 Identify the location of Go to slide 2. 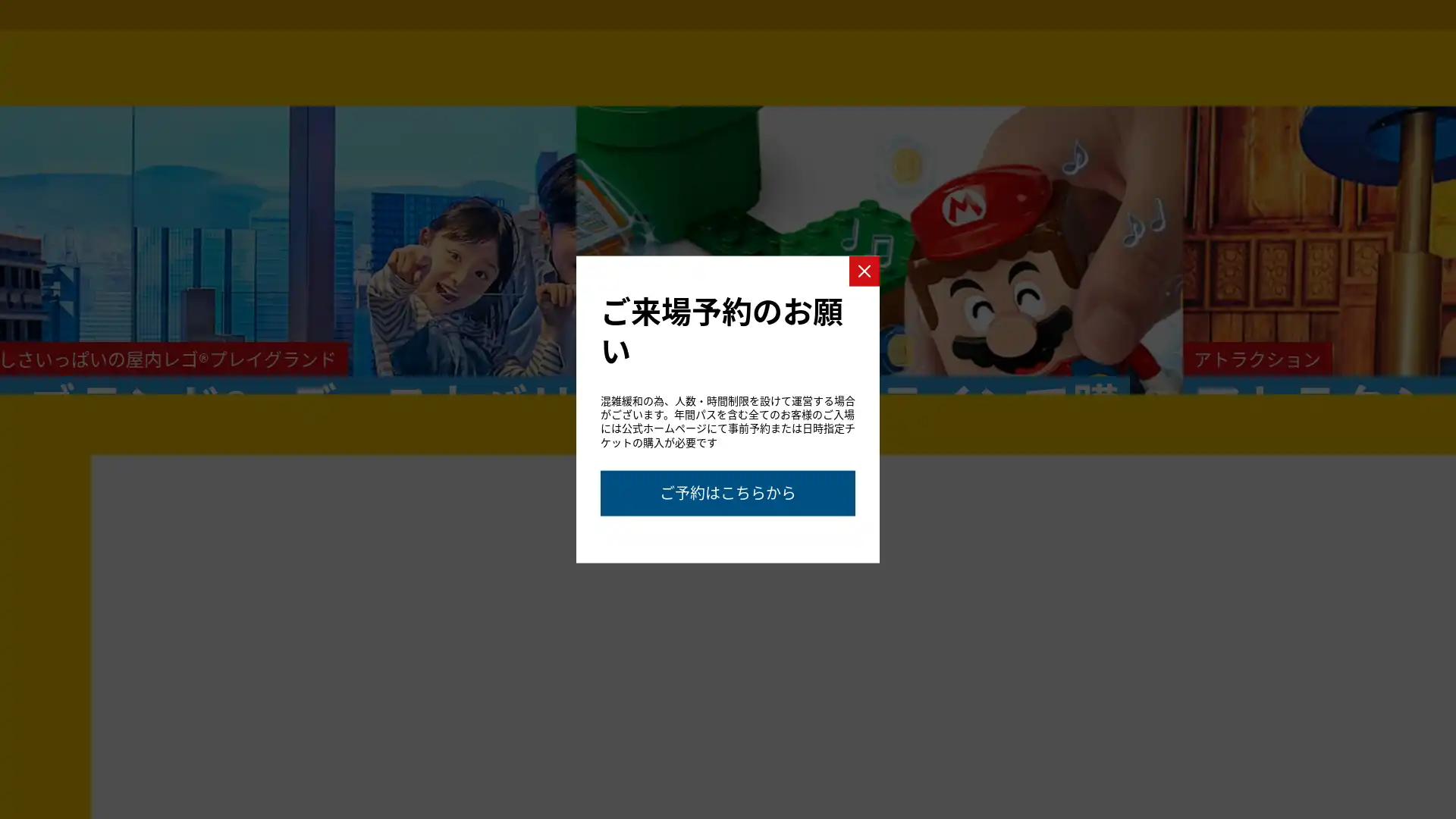
(728, 587).